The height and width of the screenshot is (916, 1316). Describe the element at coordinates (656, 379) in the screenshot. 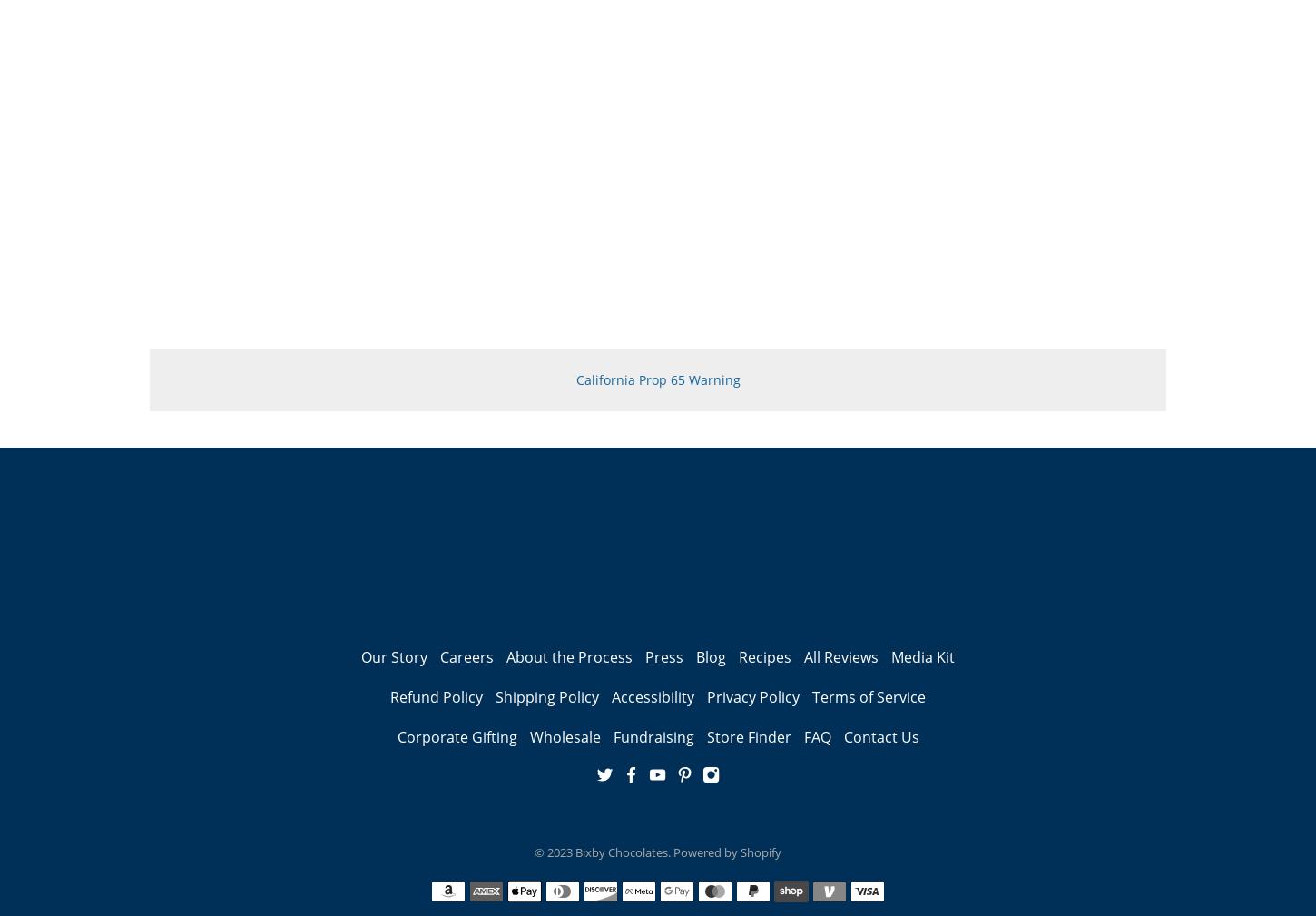

I see `'California Prop 65 Warning'` at that location.